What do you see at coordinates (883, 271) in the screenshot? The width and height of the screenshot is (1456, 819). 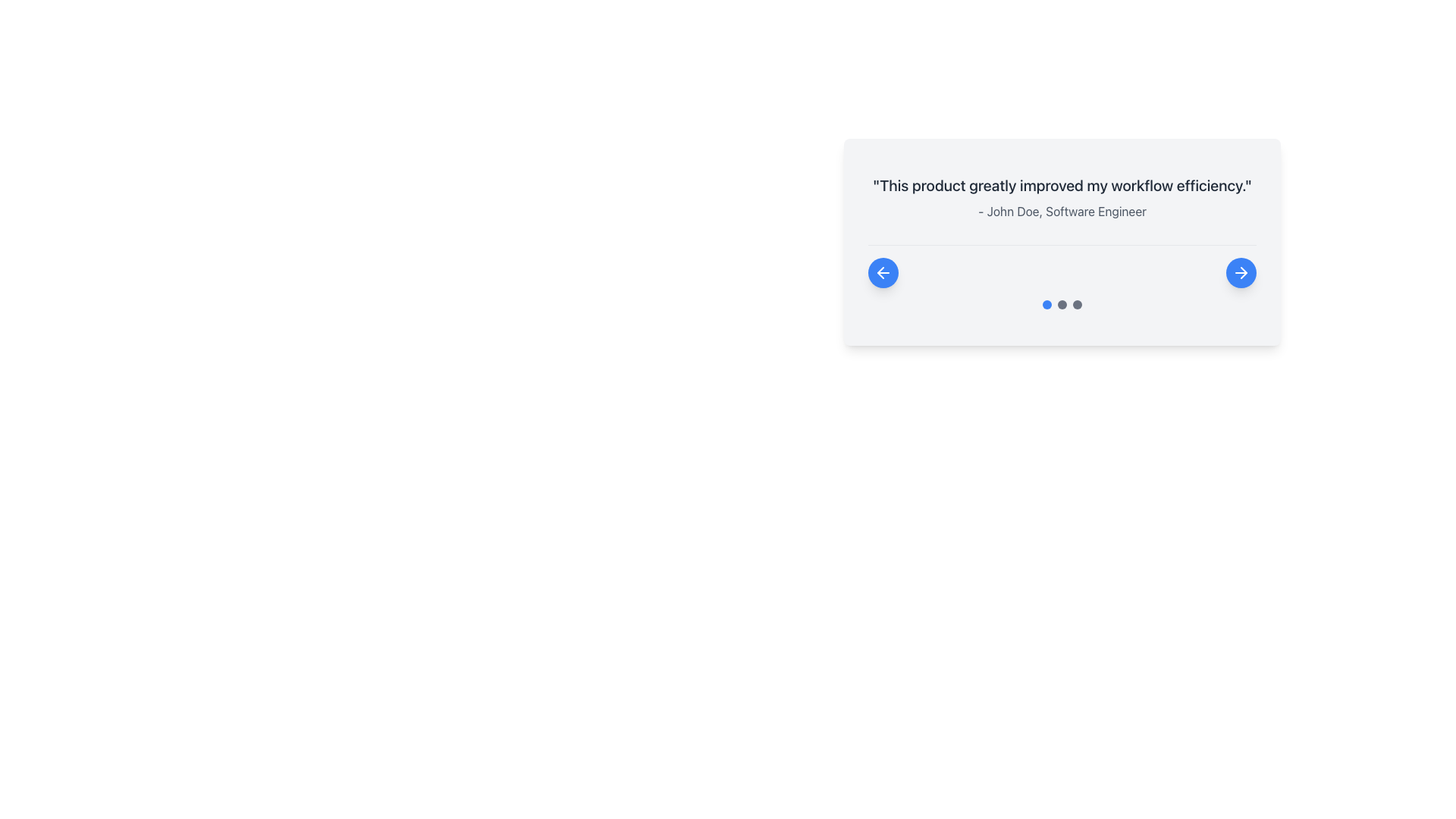 I see `the circular blue button with a white left arrow icon, located beside the text testimonial` at bounding box center [883, 271].